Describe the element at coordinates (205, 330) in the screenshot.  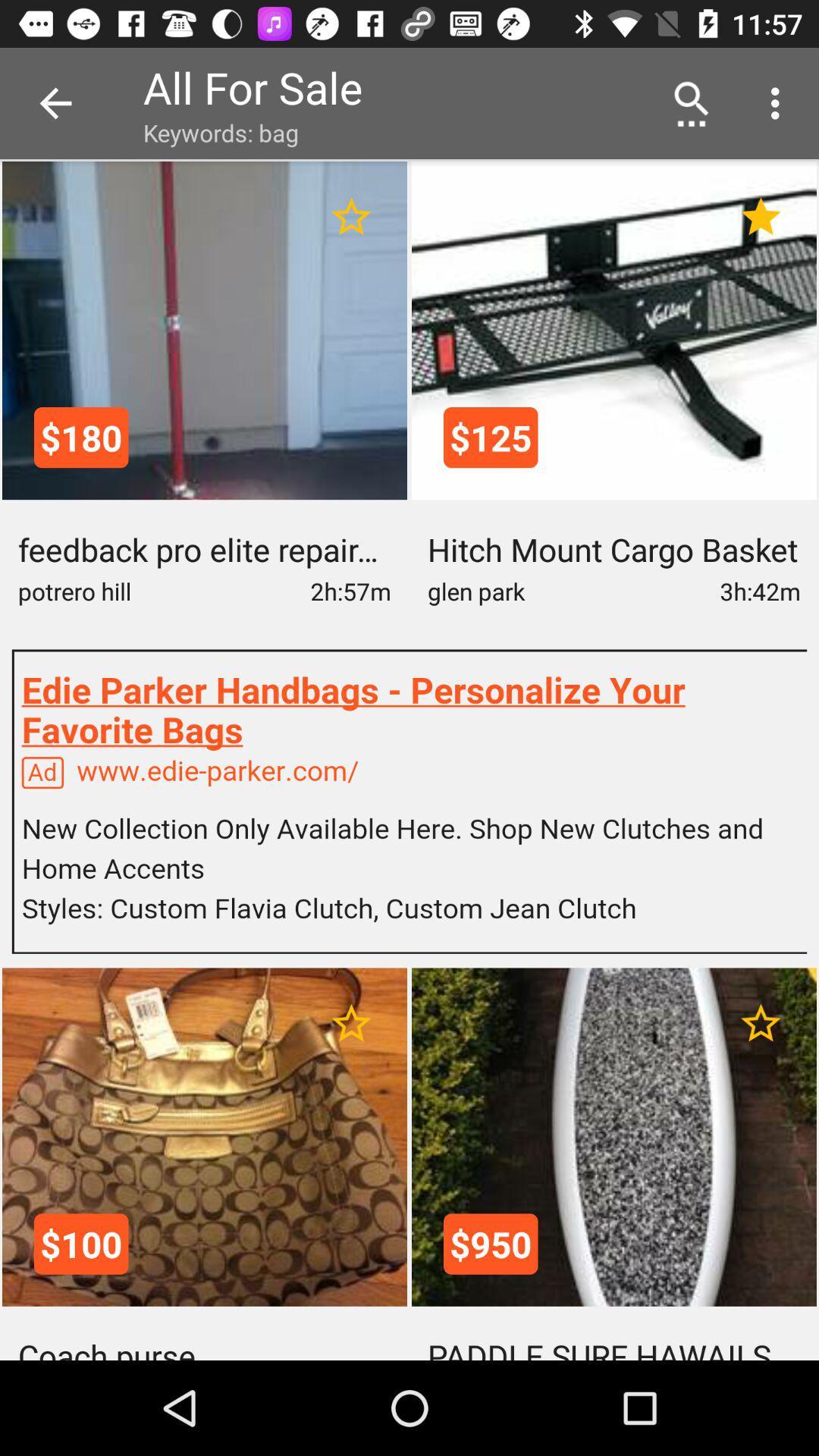
I see `the first image` at that location.